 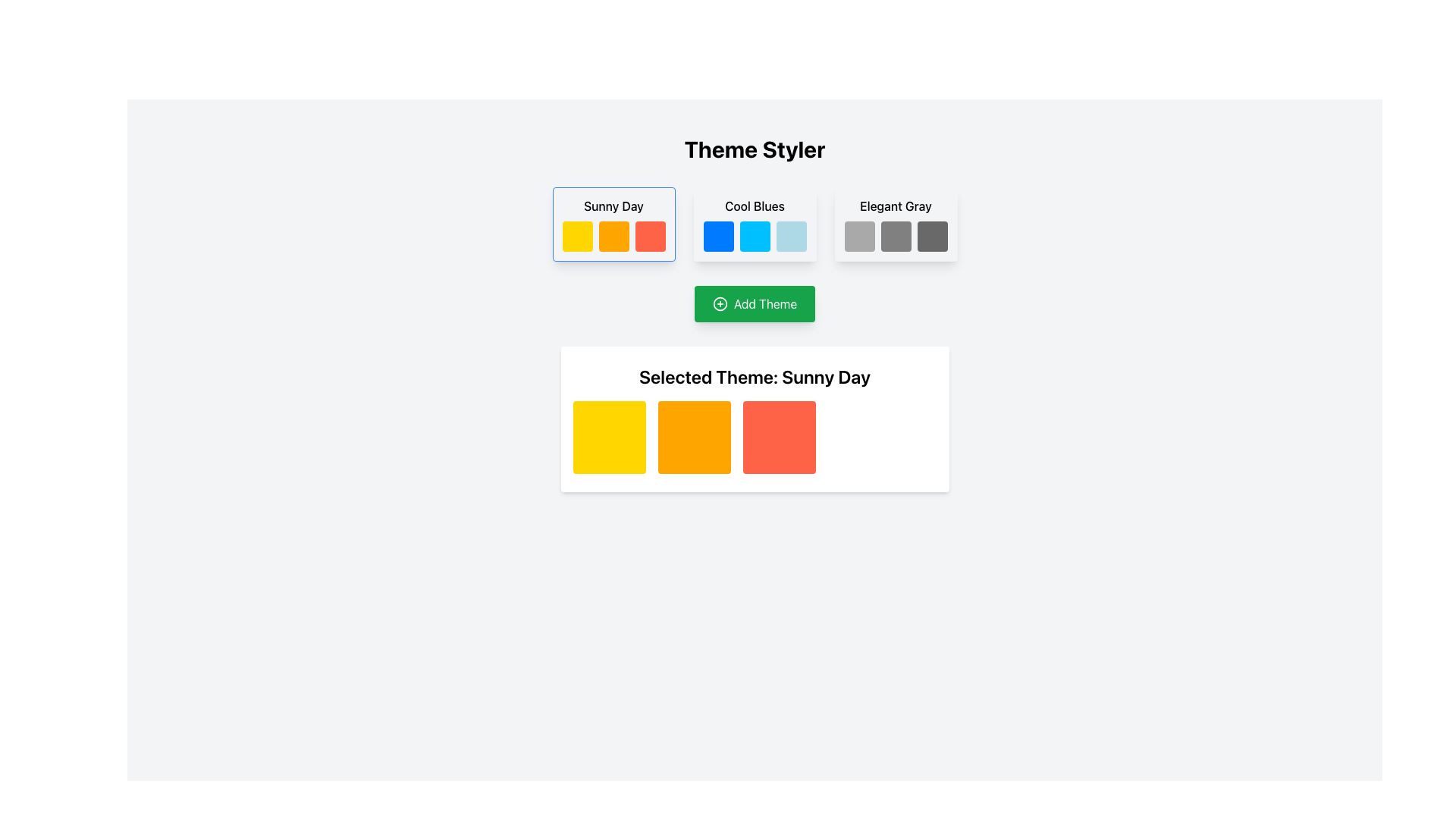 What do you see at coordinates (719, 304) in the screenshot?
I see `the green circular icon with a white plus sign, which is located inside the 'Add Theme' button` at bounding box center [719, 304].